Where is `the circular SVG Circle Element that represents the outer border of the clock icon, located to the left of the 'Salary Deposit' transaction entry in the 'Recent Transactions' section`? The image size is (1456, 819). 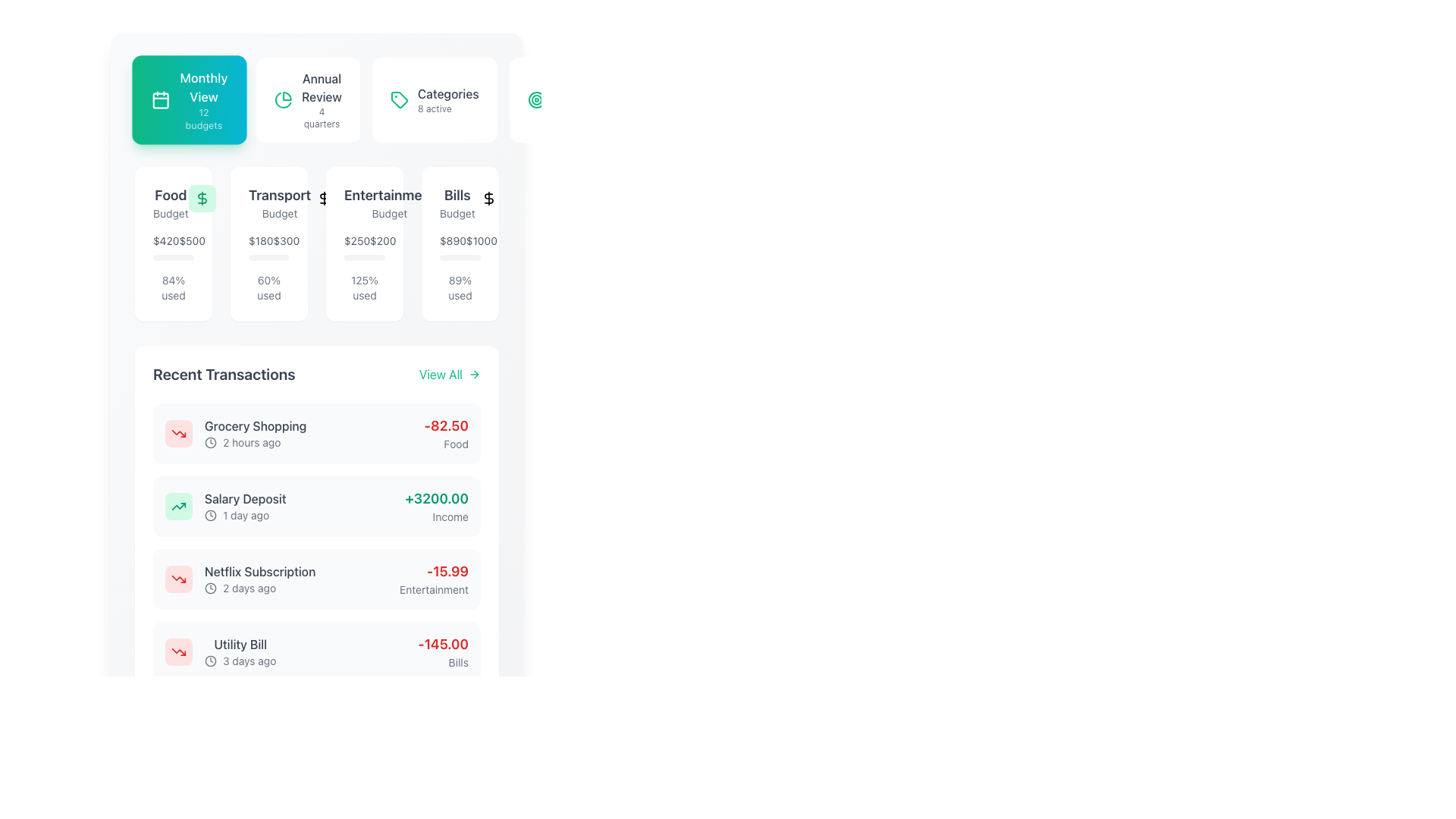
the circular SVG Circle Element that represents the outer border of the clock icon, located to the left of the 'Salary Deposit' transaction entry in the 'Recent Transactions' section is located at coordinates (210, 442).